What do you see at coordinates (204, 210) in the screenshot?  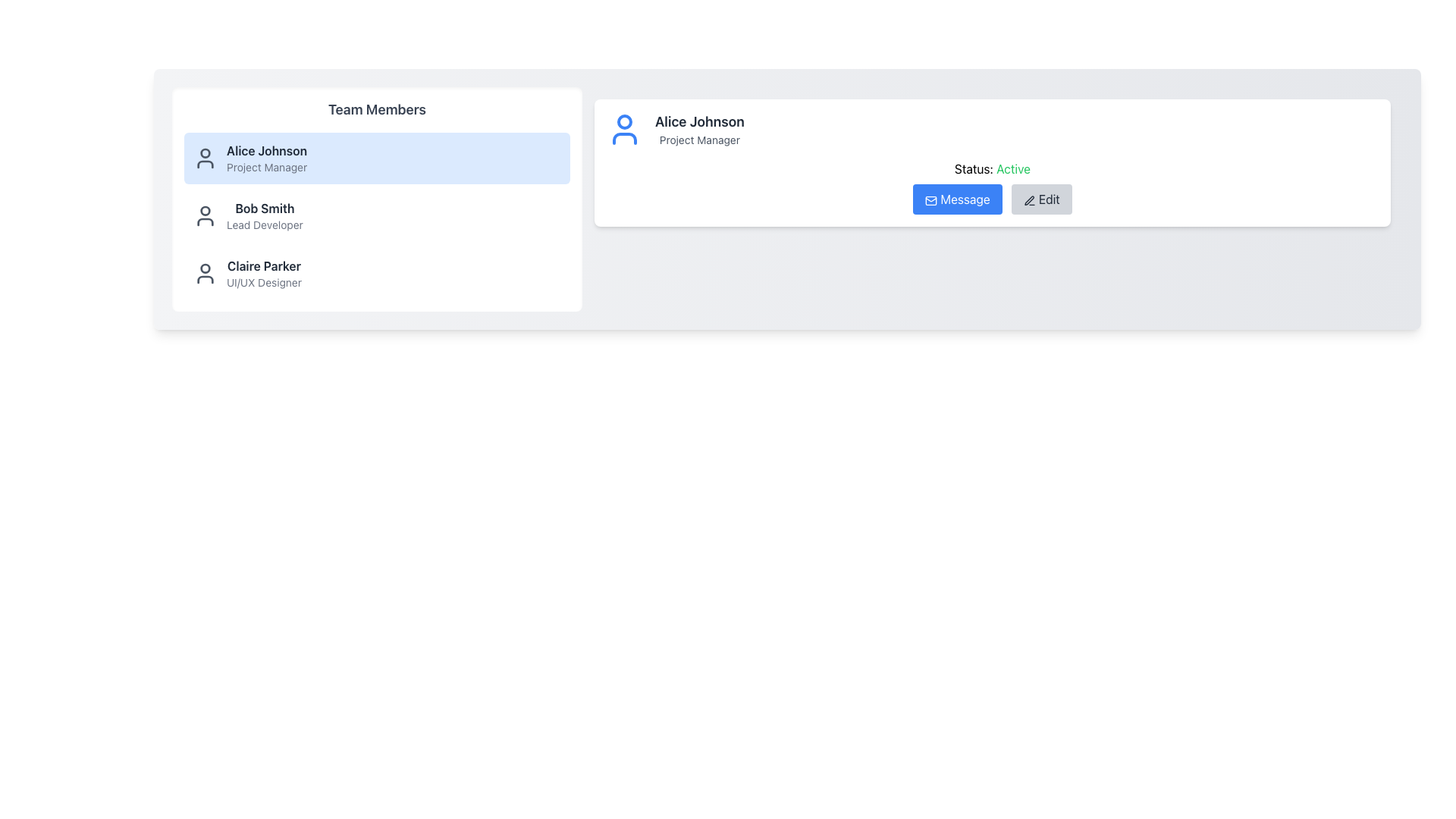 I see `SVG Circle representing the user's head in the user profile icon next to 'Alice Johnson' in the 'Team Members' section for debugging purposes` at bounding box center [204, 210].